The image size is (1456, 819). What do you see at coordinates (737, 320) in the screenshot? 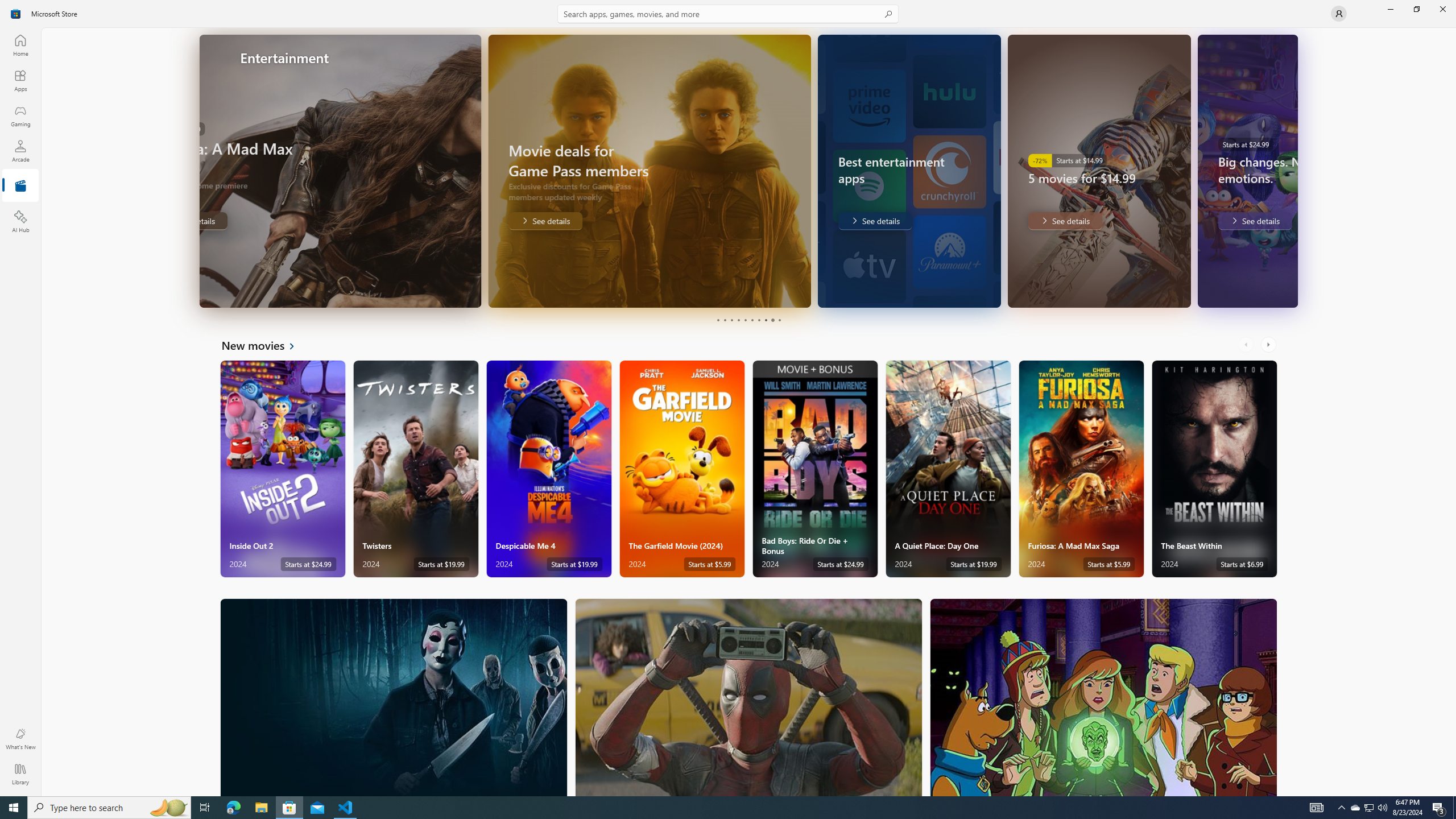
I see `'Page 4'` at bounding box center [737, 320].